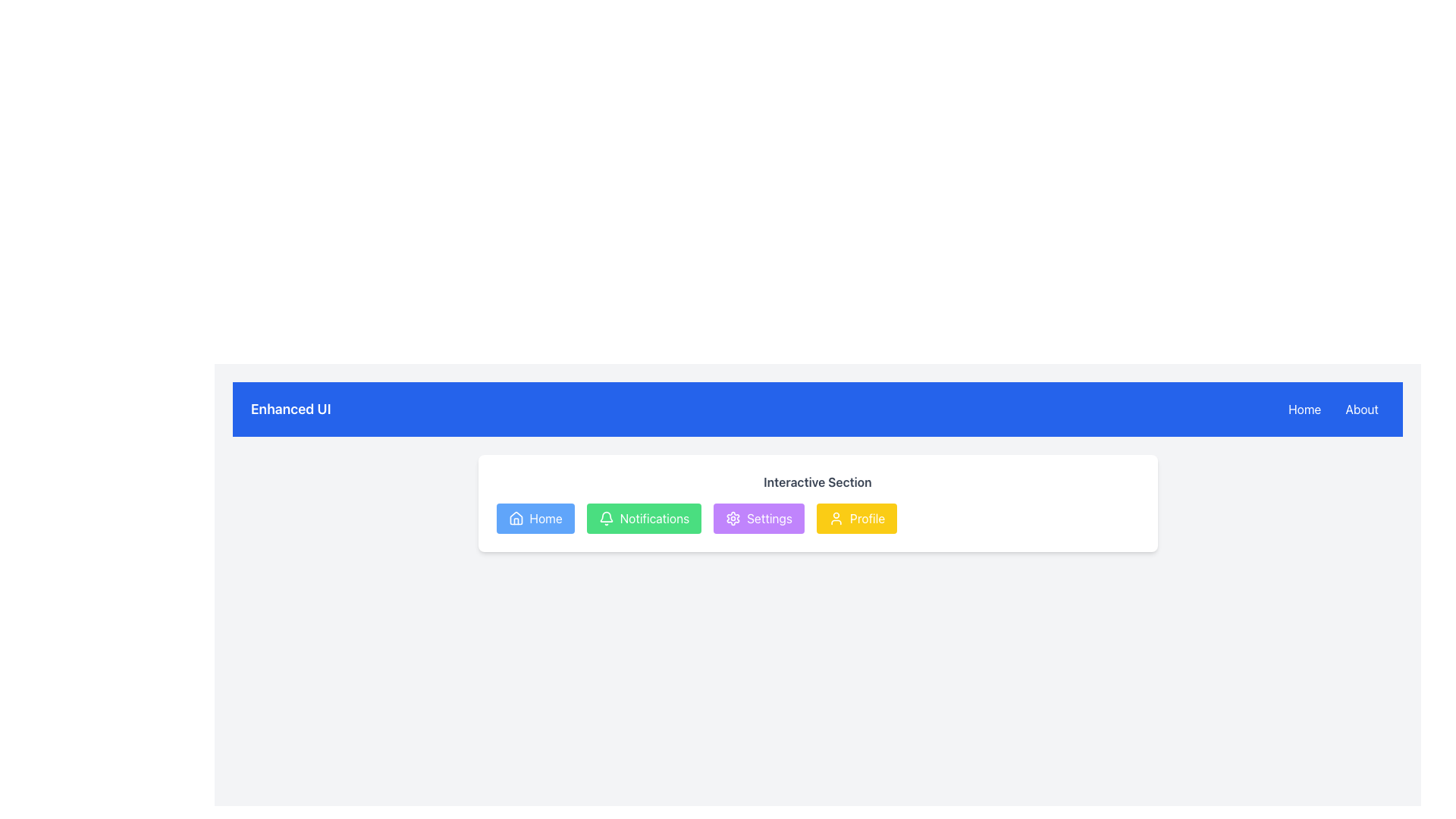 This screenshot has height=819, width=1456. What do you see at coordinates (535, 517) in the screenshot?
I see `the 'Home' button` at bounding box center [535, 517].